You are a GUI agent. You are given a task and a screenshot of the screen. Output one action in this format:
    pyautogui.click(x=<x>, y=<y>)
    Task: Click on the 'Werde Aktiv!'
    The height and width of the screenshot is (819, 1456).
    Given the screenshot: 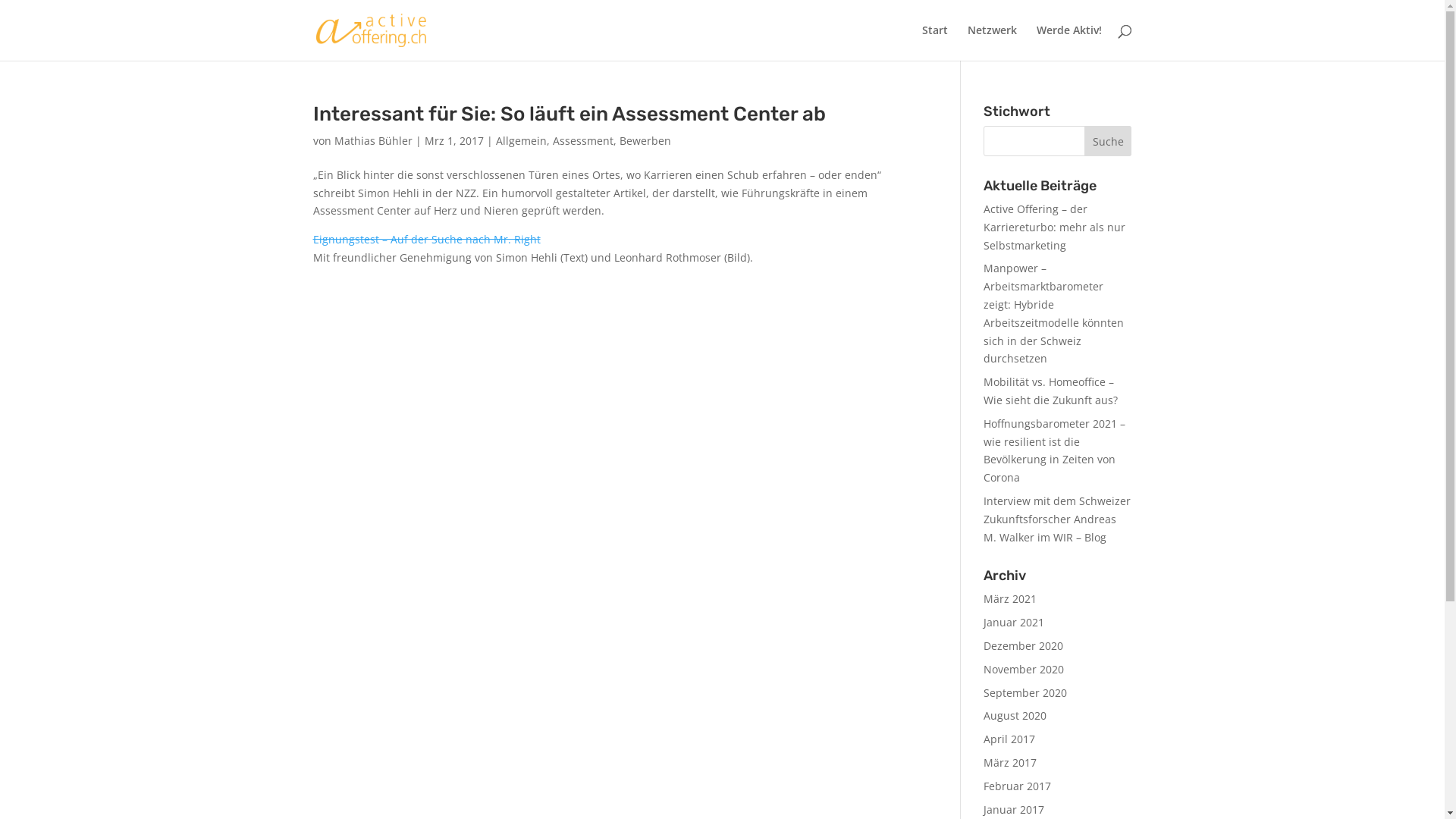 What is the action you would take?
    pyautogui.click(x=1068, y=42)
    